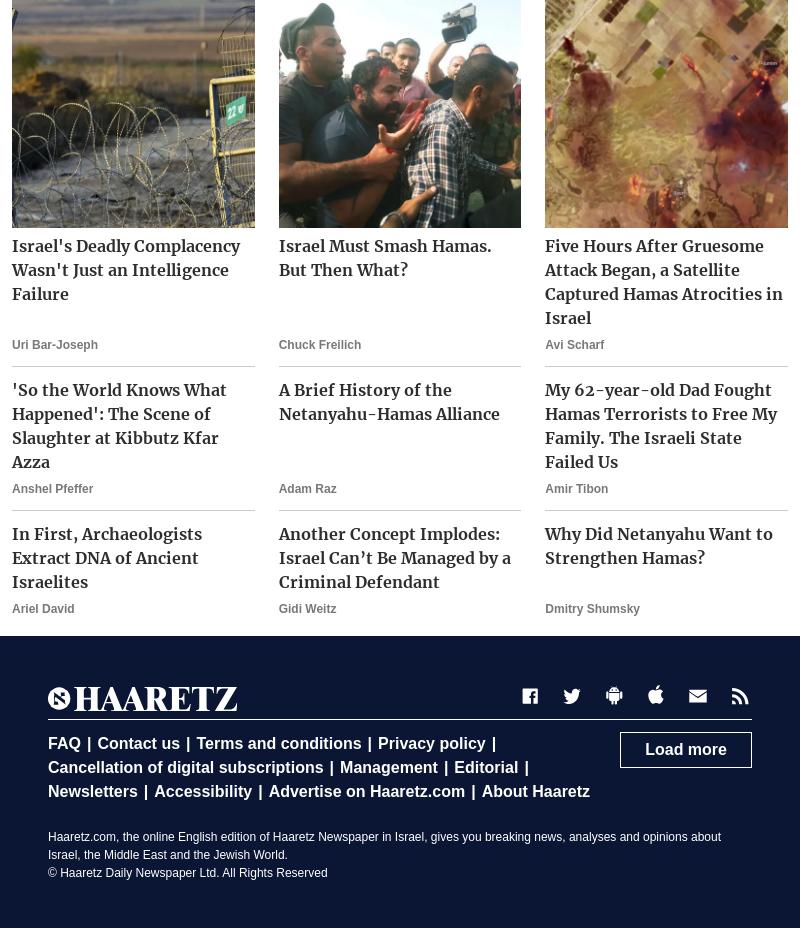 The image size is (800, 928). Describe the element at coordinates (535, 790) in the screenshot. I see `'About Haaretz'` at that location.